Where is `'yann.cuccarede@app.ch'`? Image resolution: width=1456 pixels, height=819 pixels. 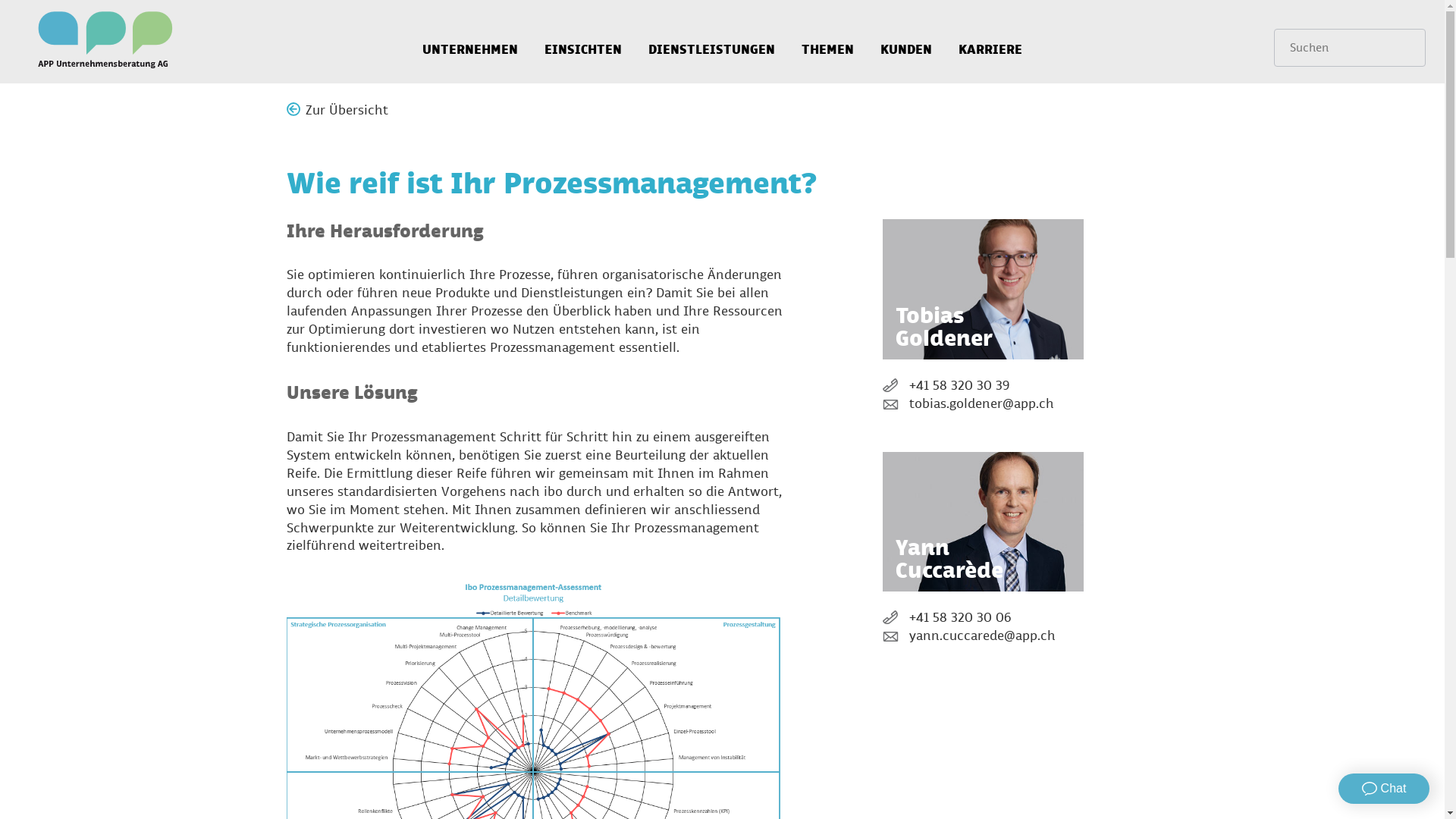
'yann.cuccarede@app.ch' is located at coordinates (983, 637).